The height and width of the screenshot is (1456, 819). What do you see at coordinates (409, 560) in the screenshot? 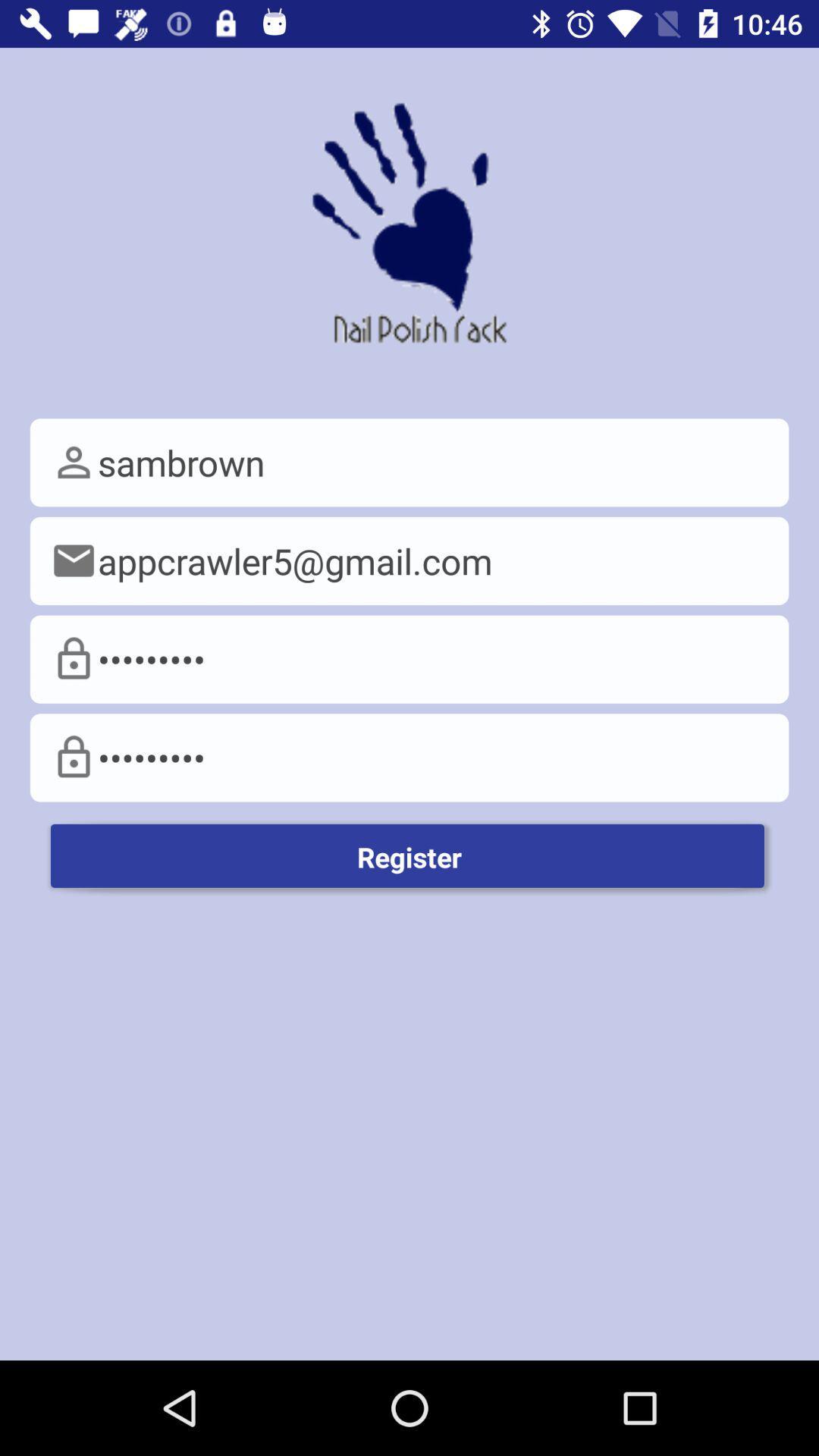
I see `the item above the crowd3116` at bounding box center [409, 560].